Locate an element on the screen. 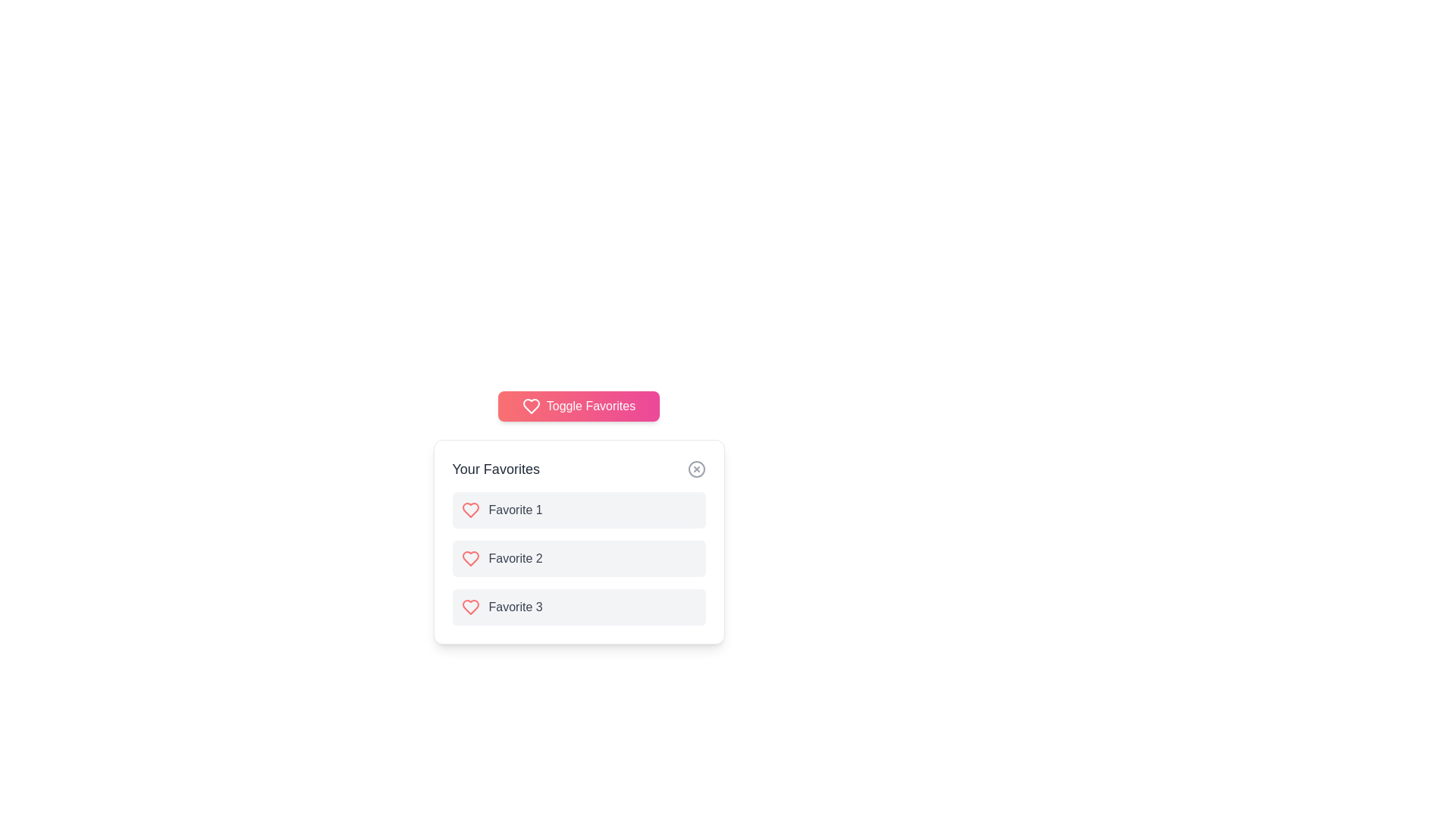 This screenshot has height=819, width=1456. the circular 'X' button located on the rightmost side of the 'Your Favorites' header, styled with a thin border and gray color is located at coordinates (695, 468).